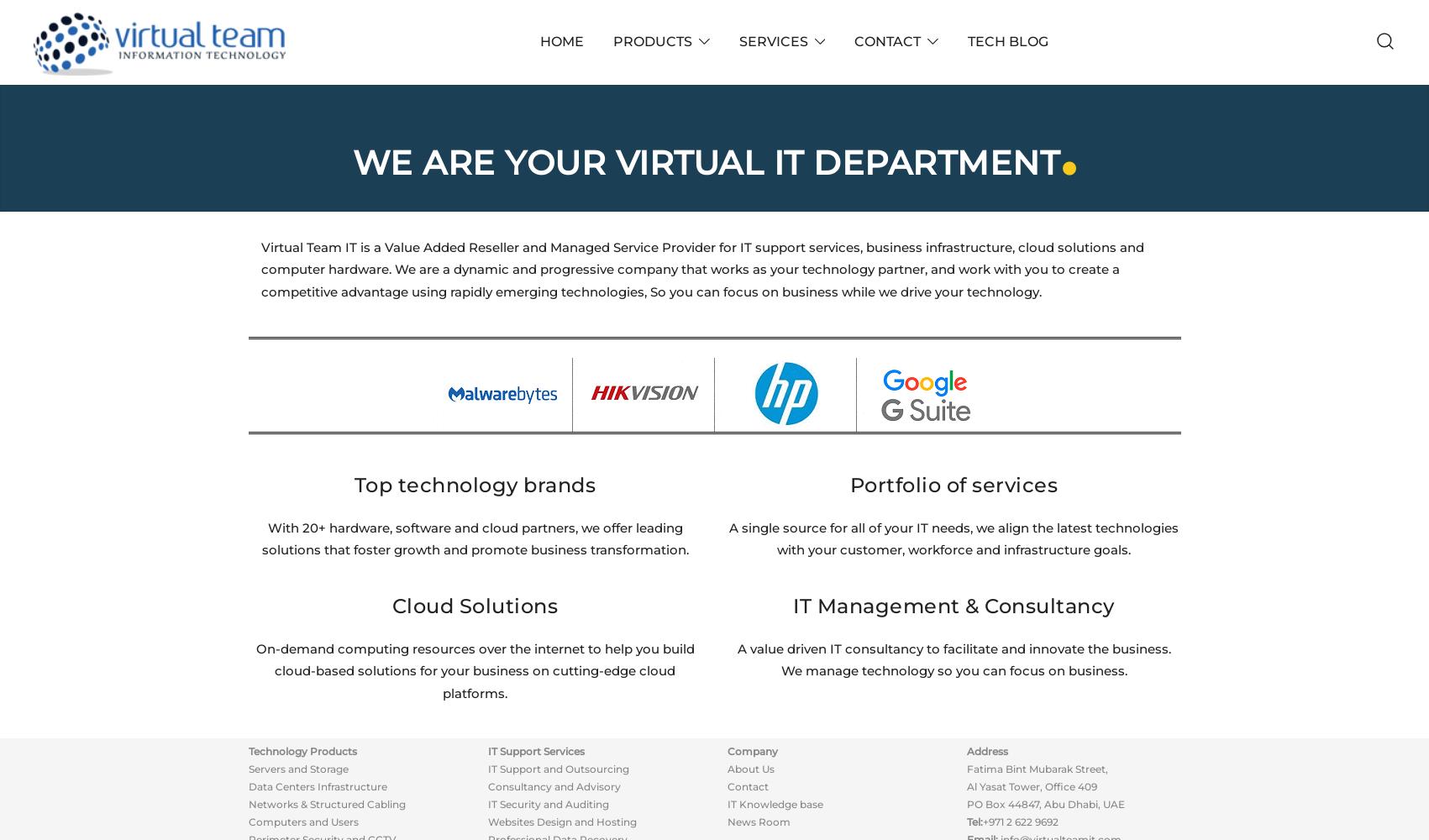 The height and width of the screenshot is (840, 1429). Describe the element at coordinates (1037, 769) in the screenshot. I see `'Fatima Bint Mubarak Street,'` at that location.